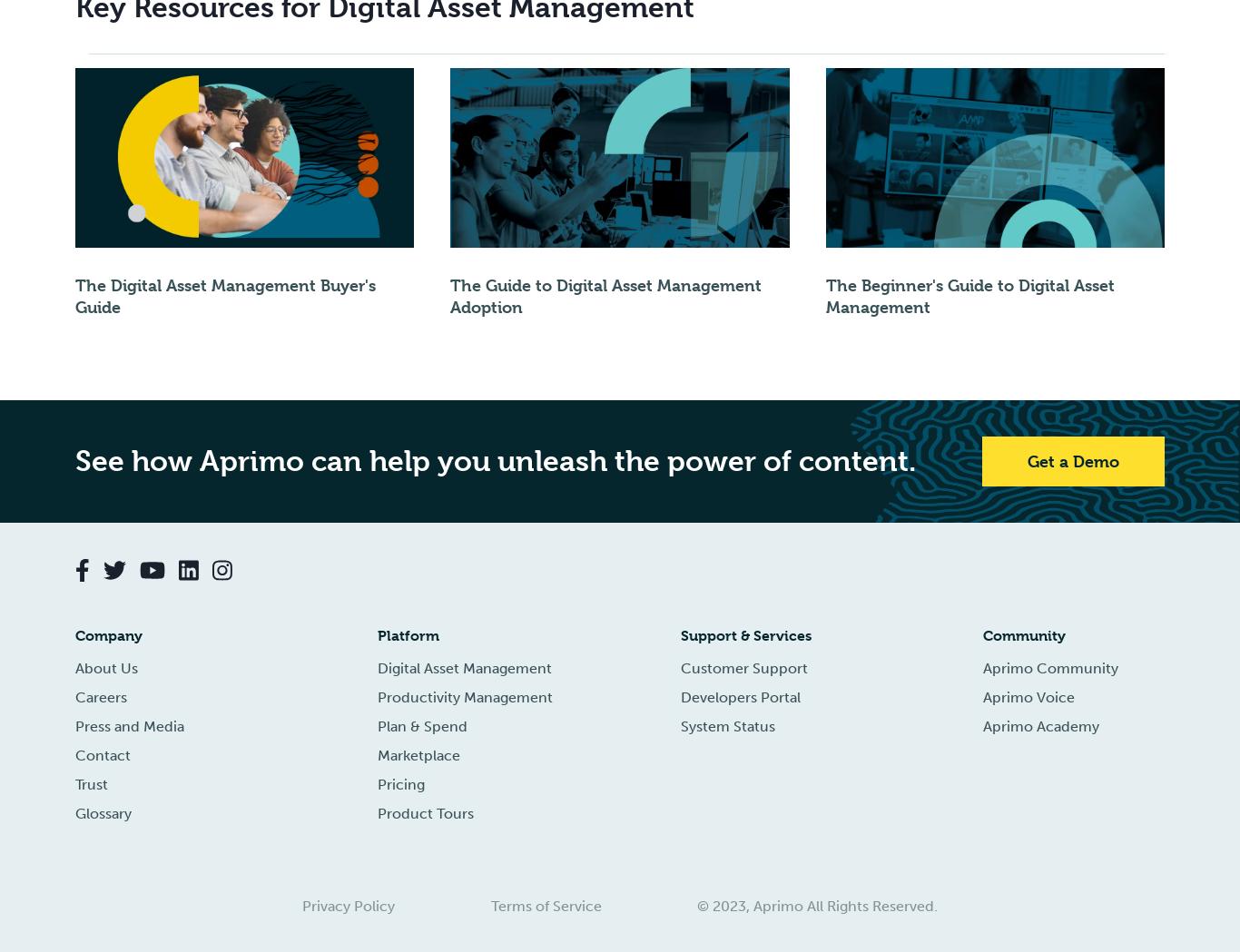 Image resolution: width=1240 pixels, height=952 pixels. What do you see at coordinates (418, 754) in the screenshot?
I see `'Marketplace'` at bounding box center [418, 754].